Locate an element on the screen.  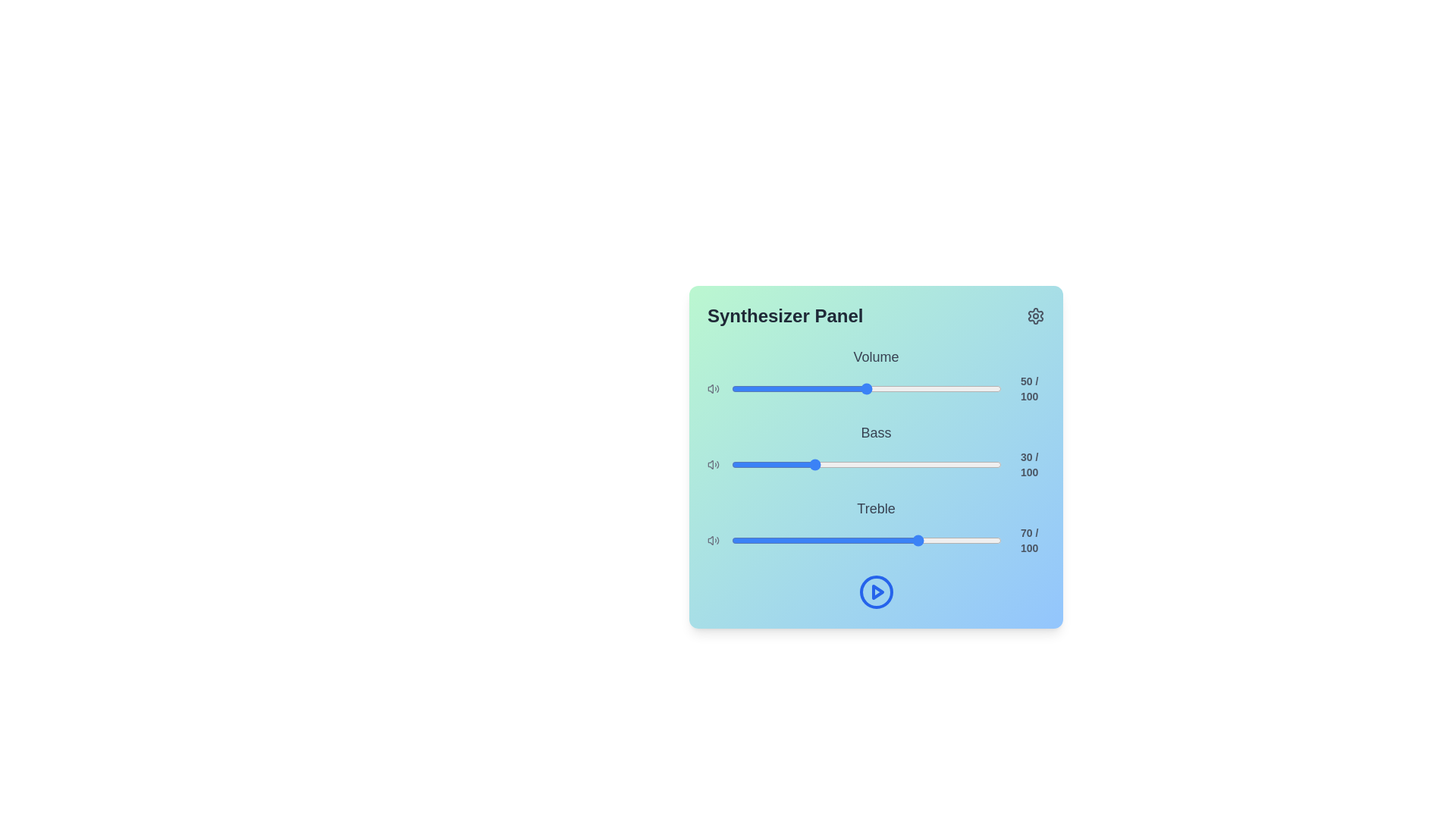
the volume slider to set the sound level to 66% is located at coordinates (910, 388).